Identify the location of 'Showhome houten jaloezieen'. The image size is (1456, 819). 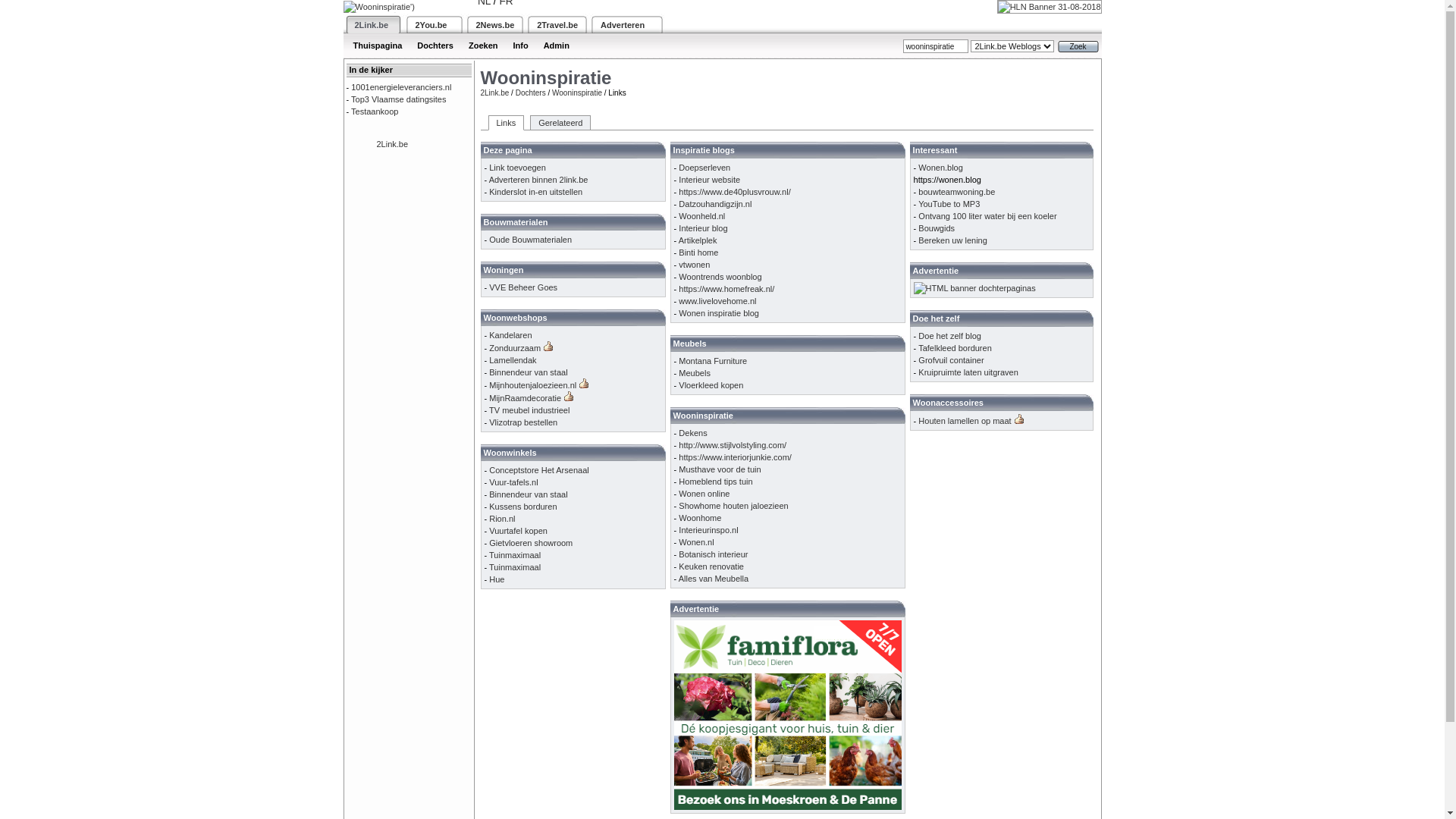
(733, 506).